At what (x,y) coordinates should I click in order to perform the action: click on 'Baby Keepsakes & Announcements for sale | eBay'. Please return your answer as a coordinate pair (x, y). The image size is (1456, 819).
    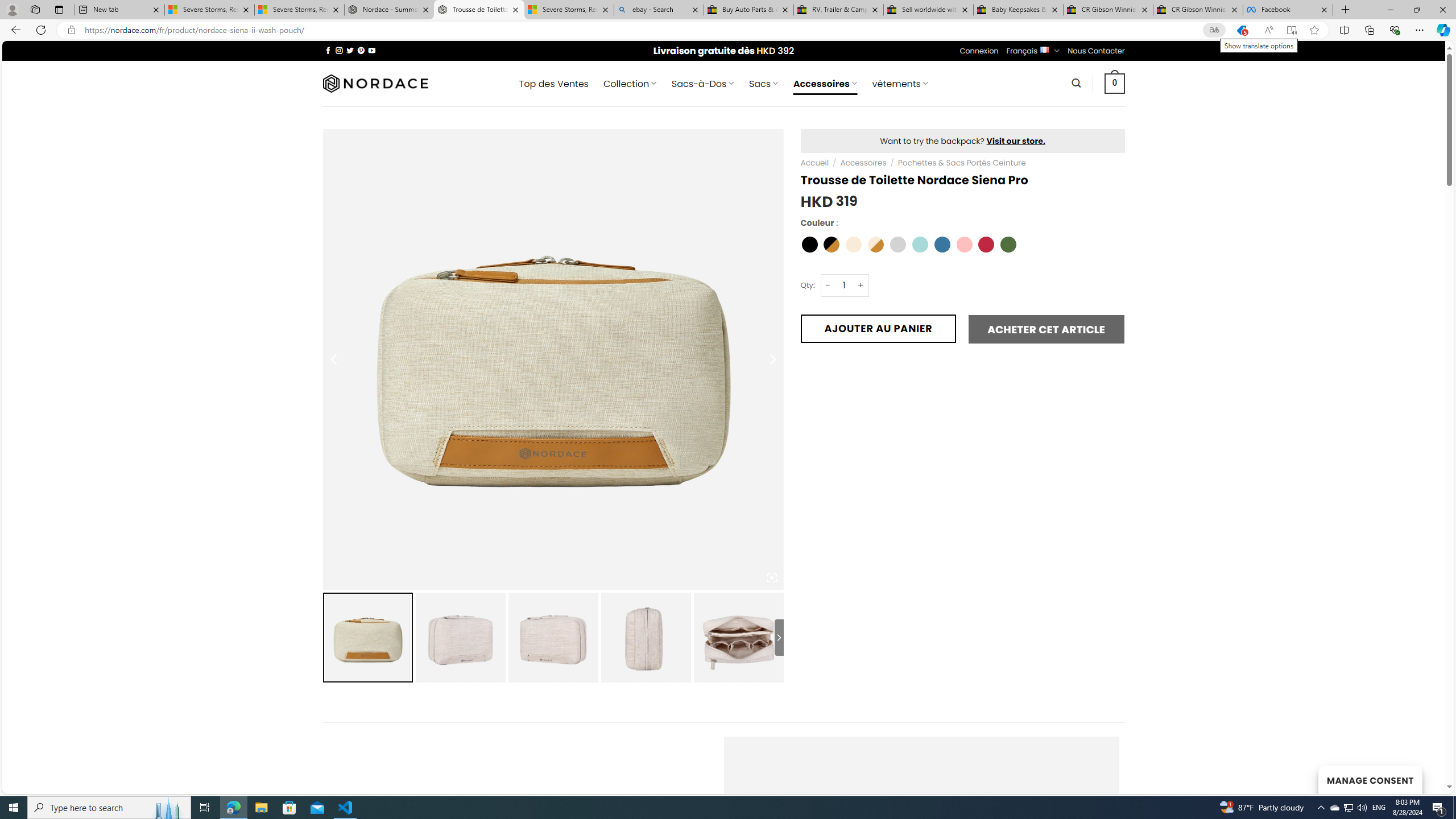
    Looking at the image, I should click on (1017, 9).